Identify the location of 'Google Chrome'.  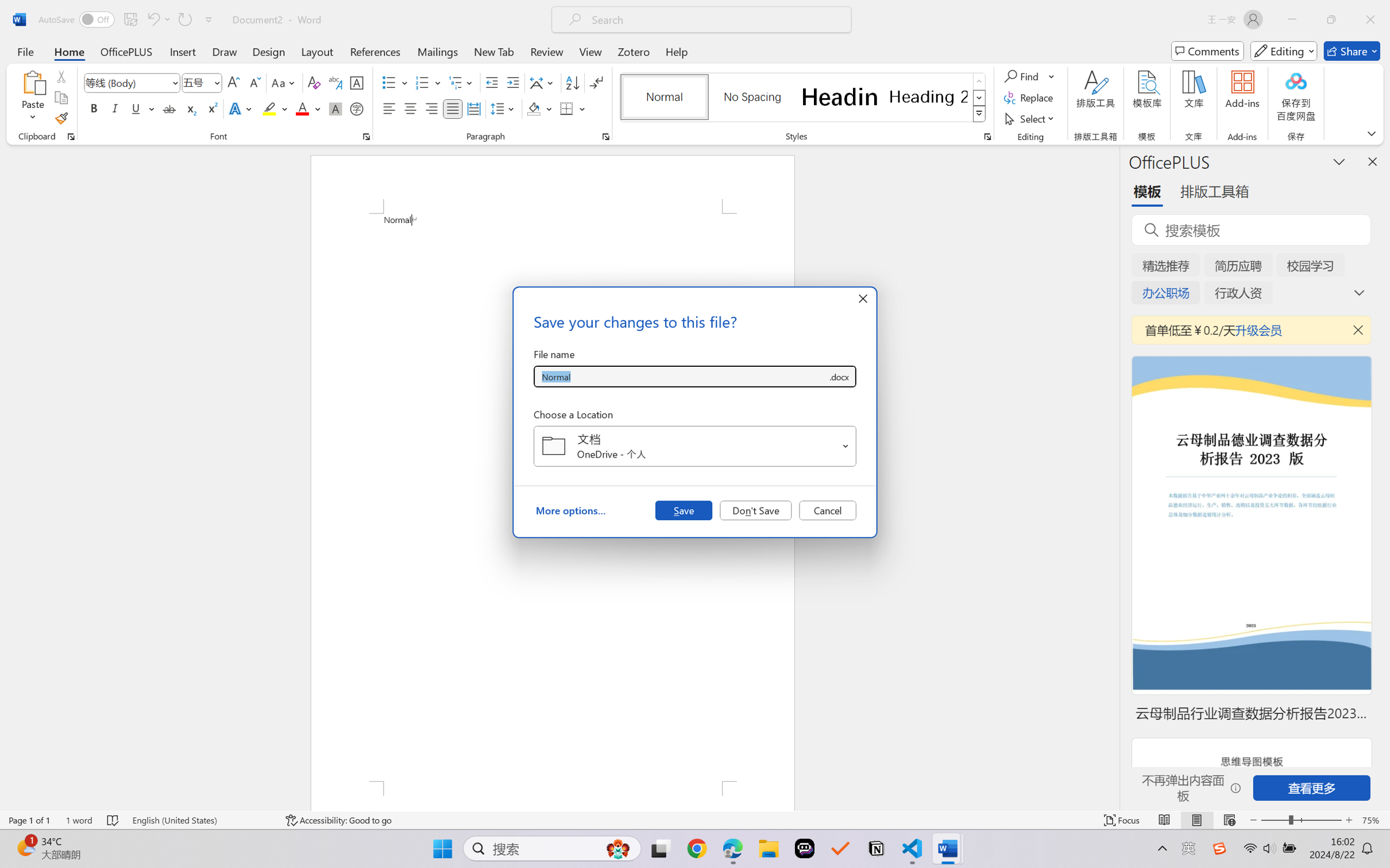
(697, 848).